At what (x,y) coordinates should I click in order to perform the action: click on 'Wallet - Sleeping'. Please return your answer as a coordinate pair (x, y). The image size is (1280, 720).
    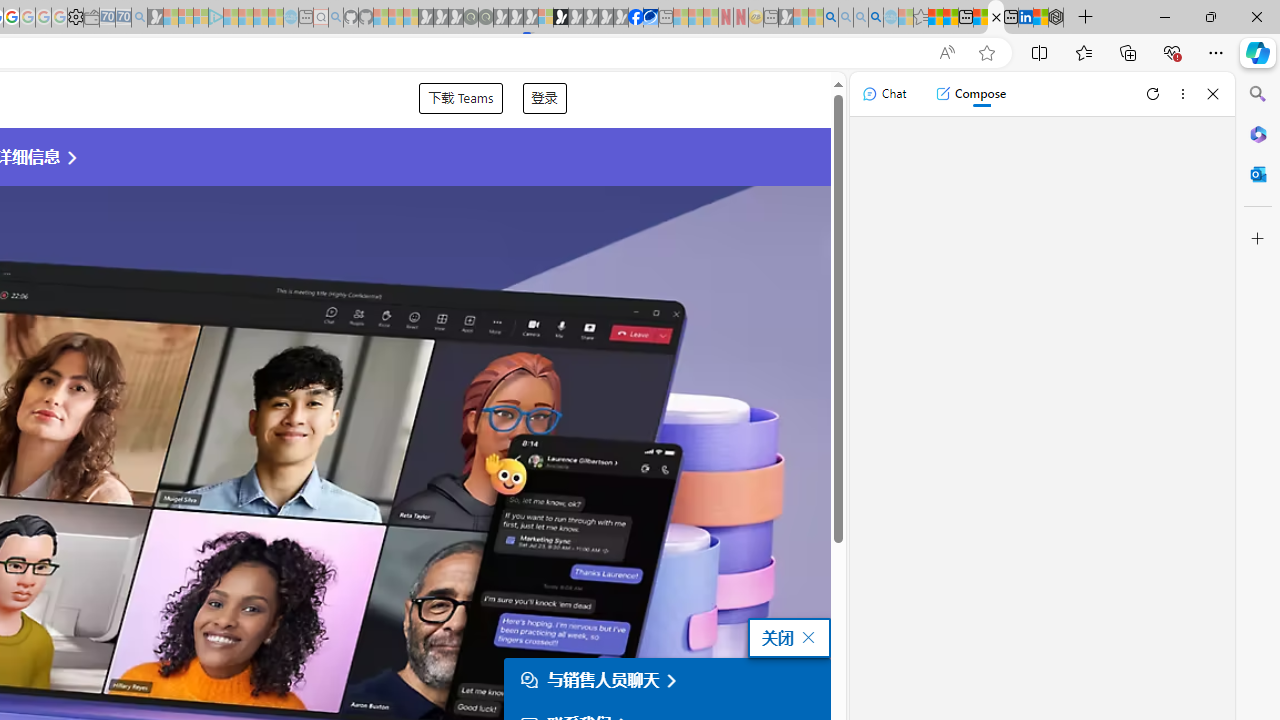
    Looking at the image, I should click on (90, 17).